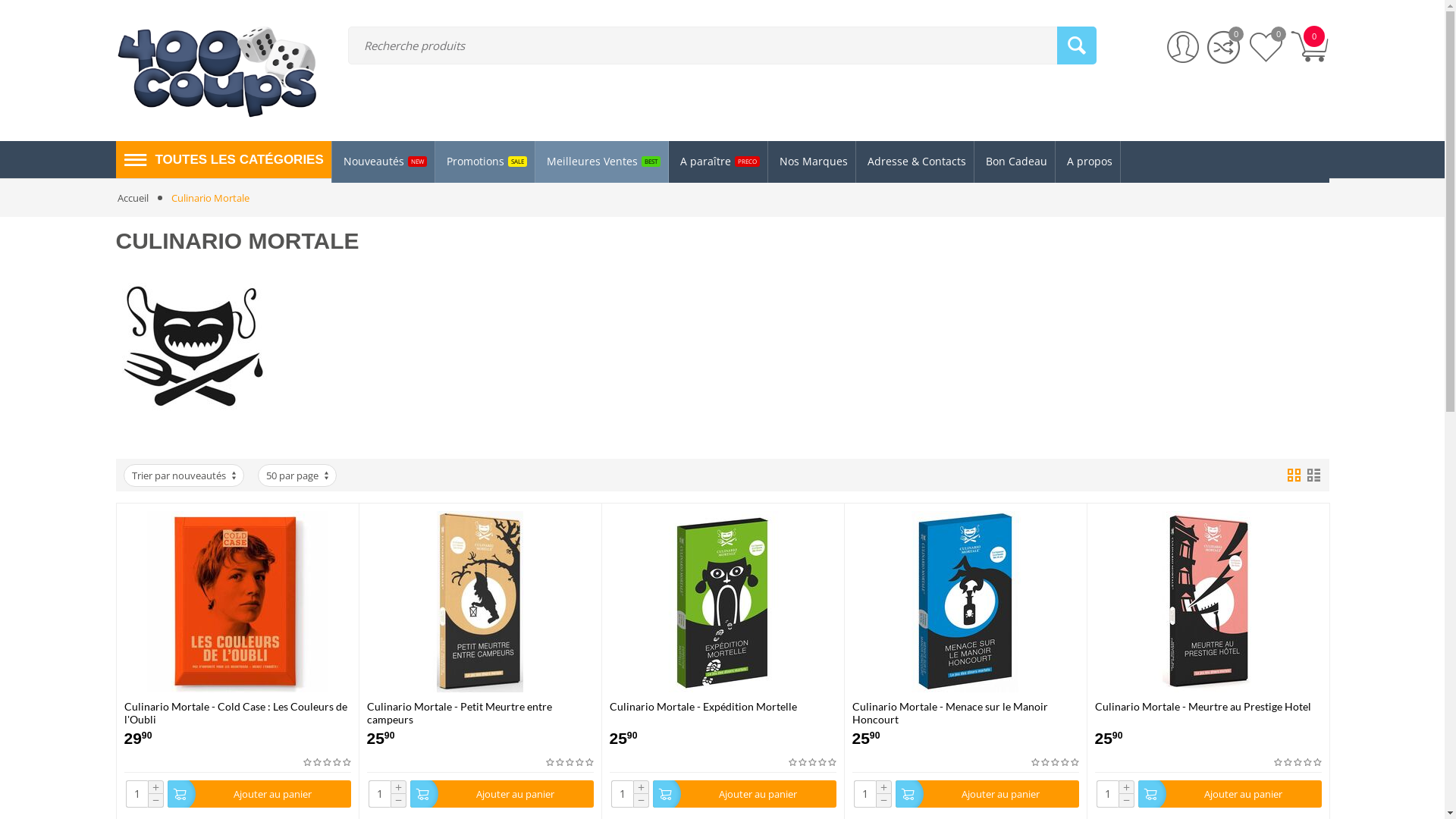 The width and height of the screenshot is (1456, 819). Describe the element at coordinates (297, 475) in the screenshot. I see `'50 par page'` at that location.